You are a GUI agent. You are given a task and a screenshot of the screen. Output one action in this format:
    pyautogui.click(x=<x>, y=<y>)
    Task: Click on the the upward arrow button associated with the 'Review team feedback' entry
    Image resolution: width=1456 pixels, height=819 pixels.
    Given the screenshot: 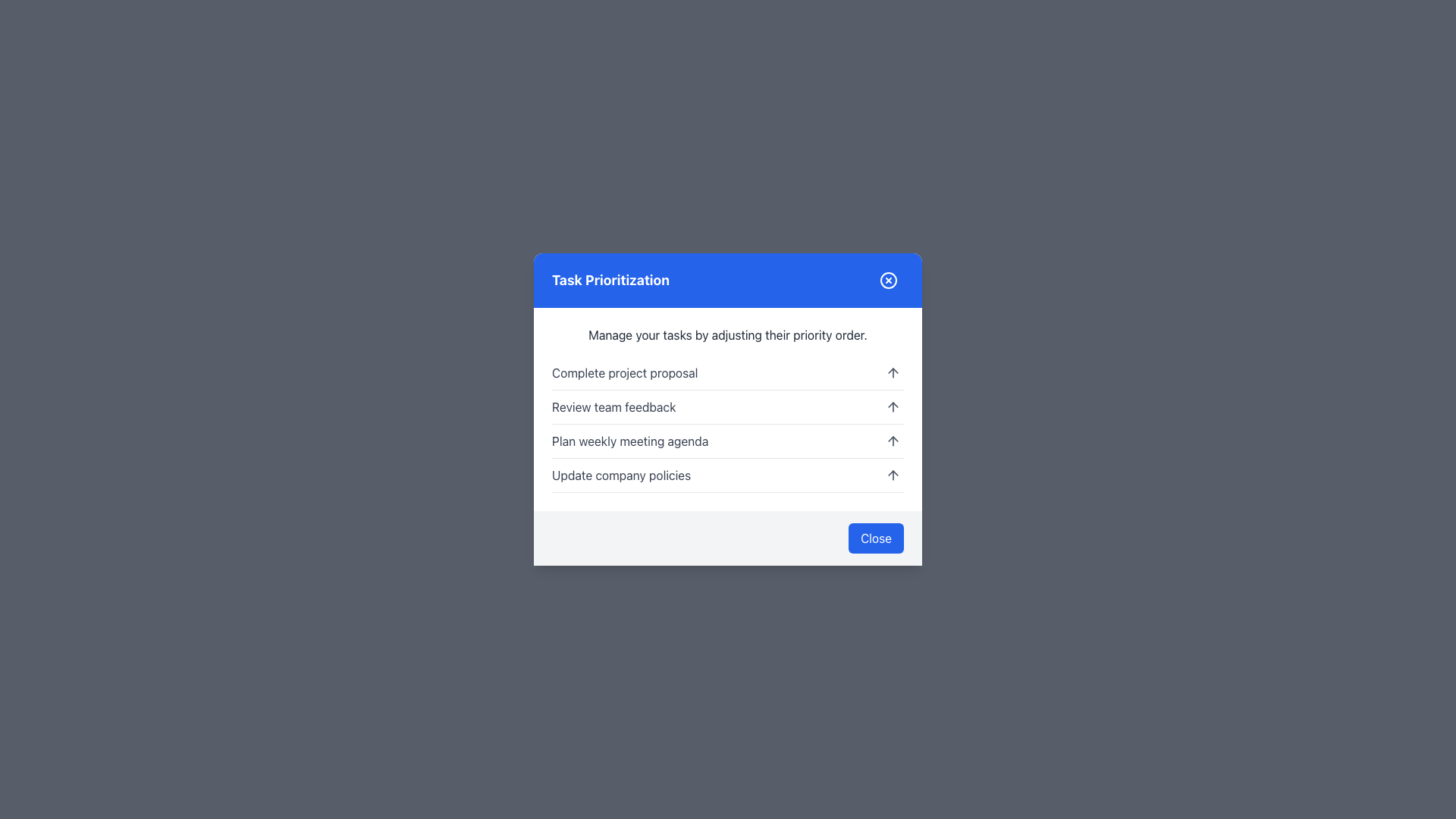 What is the action you would take?
    pyautogui.click(x=893, y=406)
    